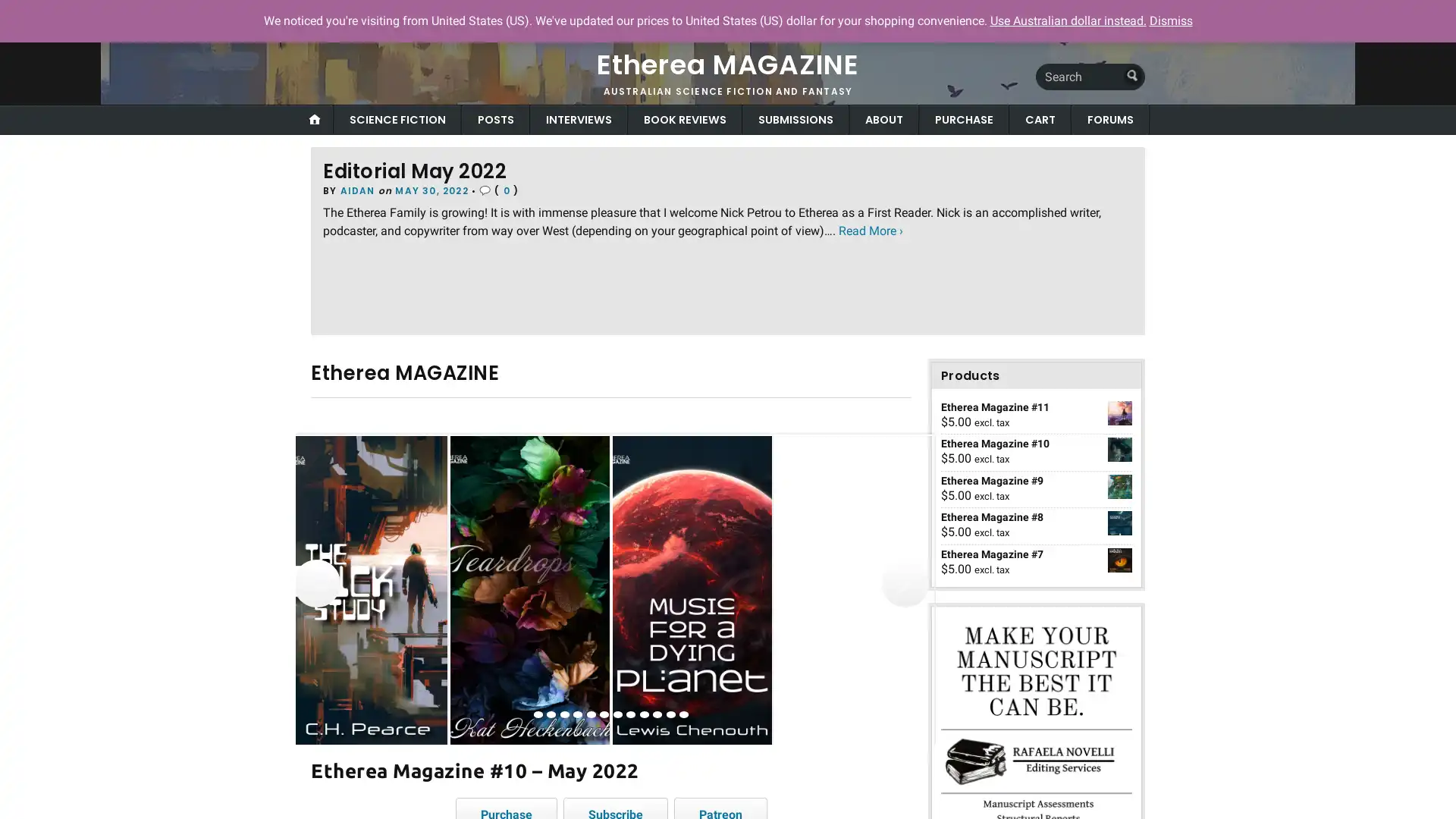 The image size is (1456, 819). Describe the element at coordinates (1132, 76) in the screenshot. I see `Submit` at that location.